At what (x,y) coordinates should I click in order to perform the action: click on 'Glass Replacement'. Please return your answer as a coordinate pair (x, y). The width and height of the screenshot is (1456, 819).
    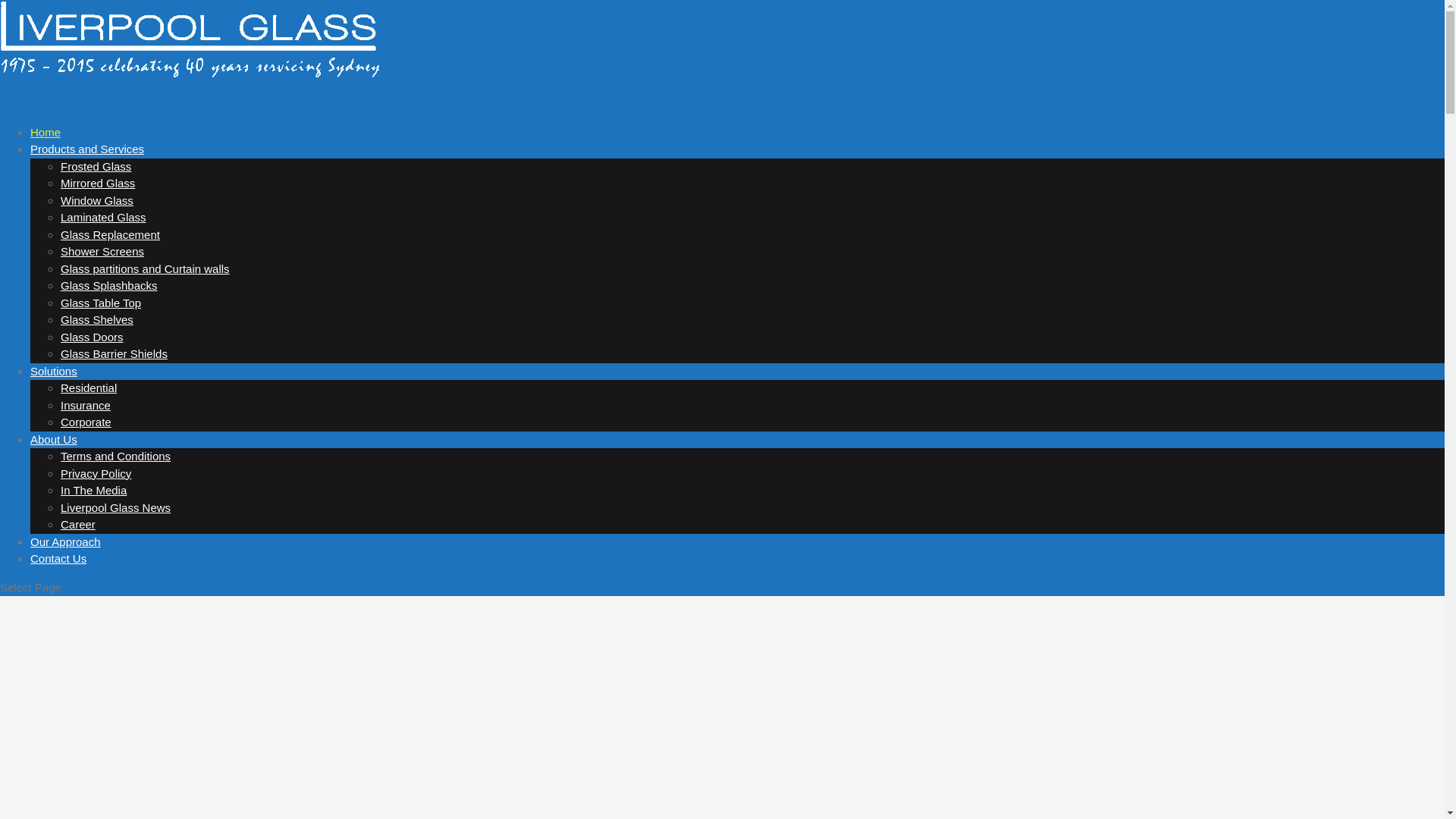
    Looking at the image, I should click on (109, 234).